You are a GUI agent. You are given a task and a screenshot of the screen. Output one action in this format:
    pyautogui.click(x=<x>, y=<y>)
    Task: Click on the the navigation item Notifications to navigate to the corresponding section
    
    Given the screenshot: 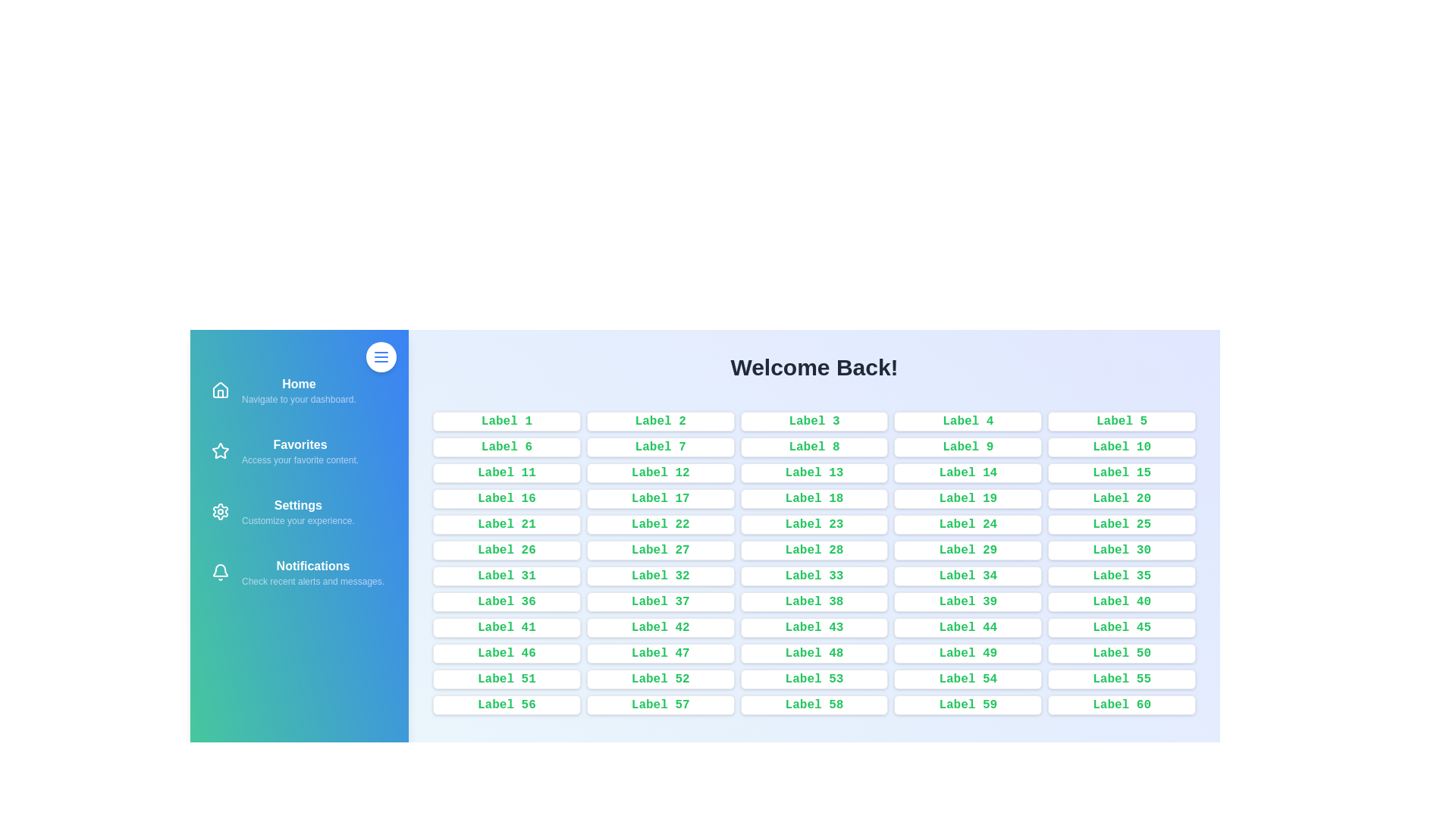 What is the action you would take?
    pyautogui.click(x=299, y=573)
    